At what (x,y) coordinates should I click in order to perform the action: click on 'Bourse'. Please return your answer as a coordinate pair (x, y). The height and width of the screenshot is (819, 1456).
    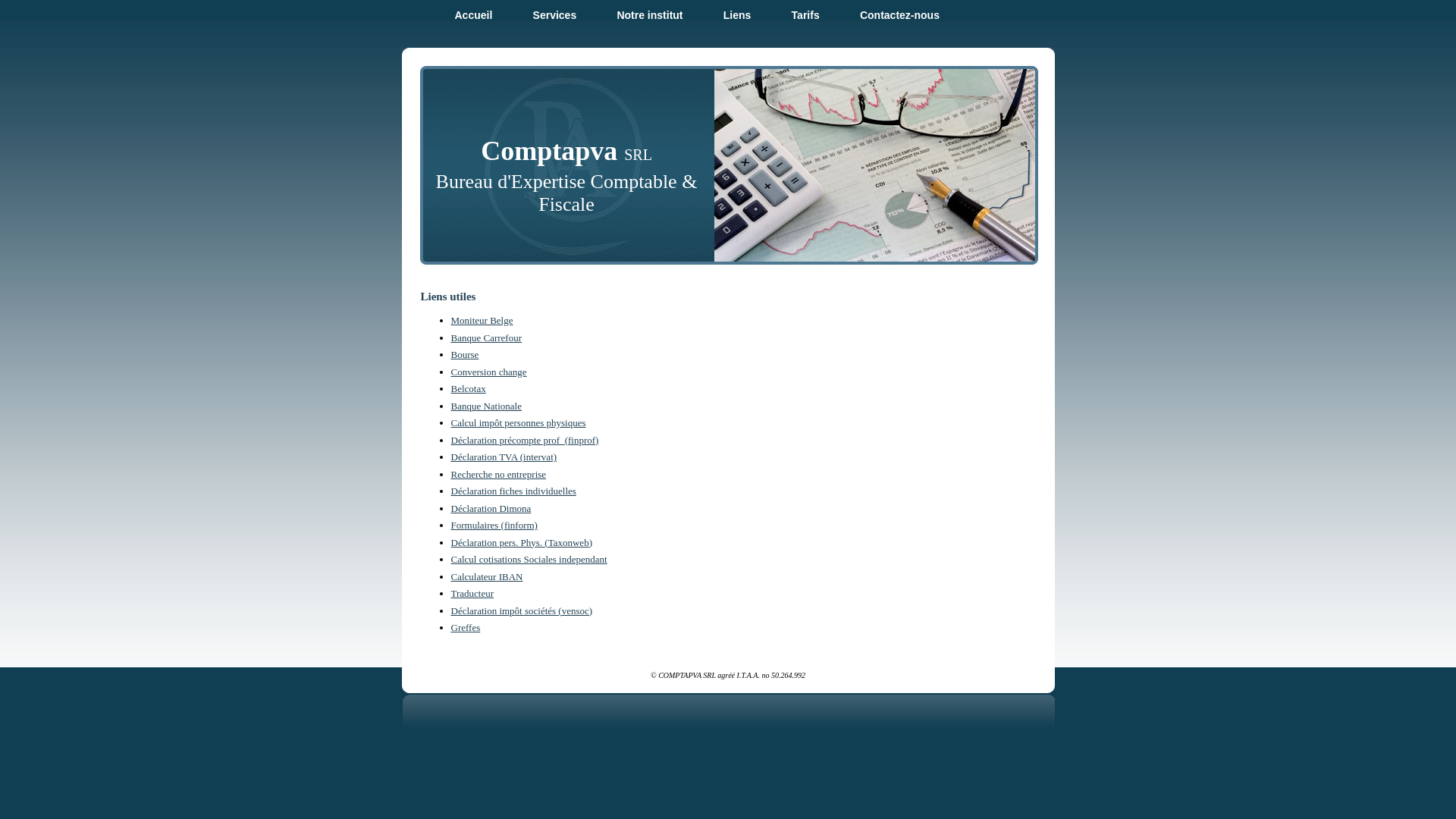
    Looking at the image, I should click on (463, 354).